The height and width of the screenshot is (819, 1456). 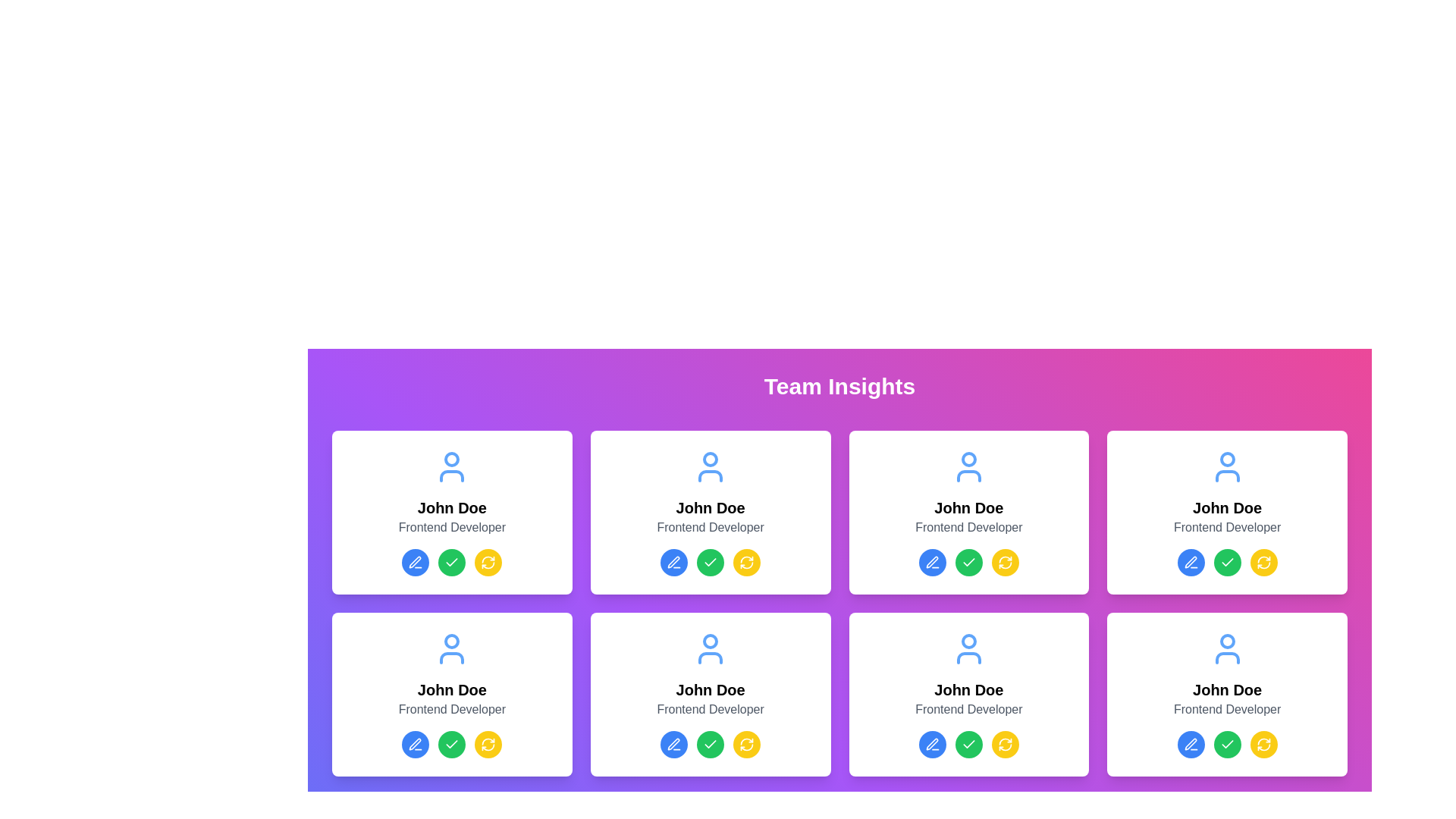 I want to click on the checkmark icon located in the bottom-right card of the grid layout to approve or confirm the associated action, so click(x=968, y=744).